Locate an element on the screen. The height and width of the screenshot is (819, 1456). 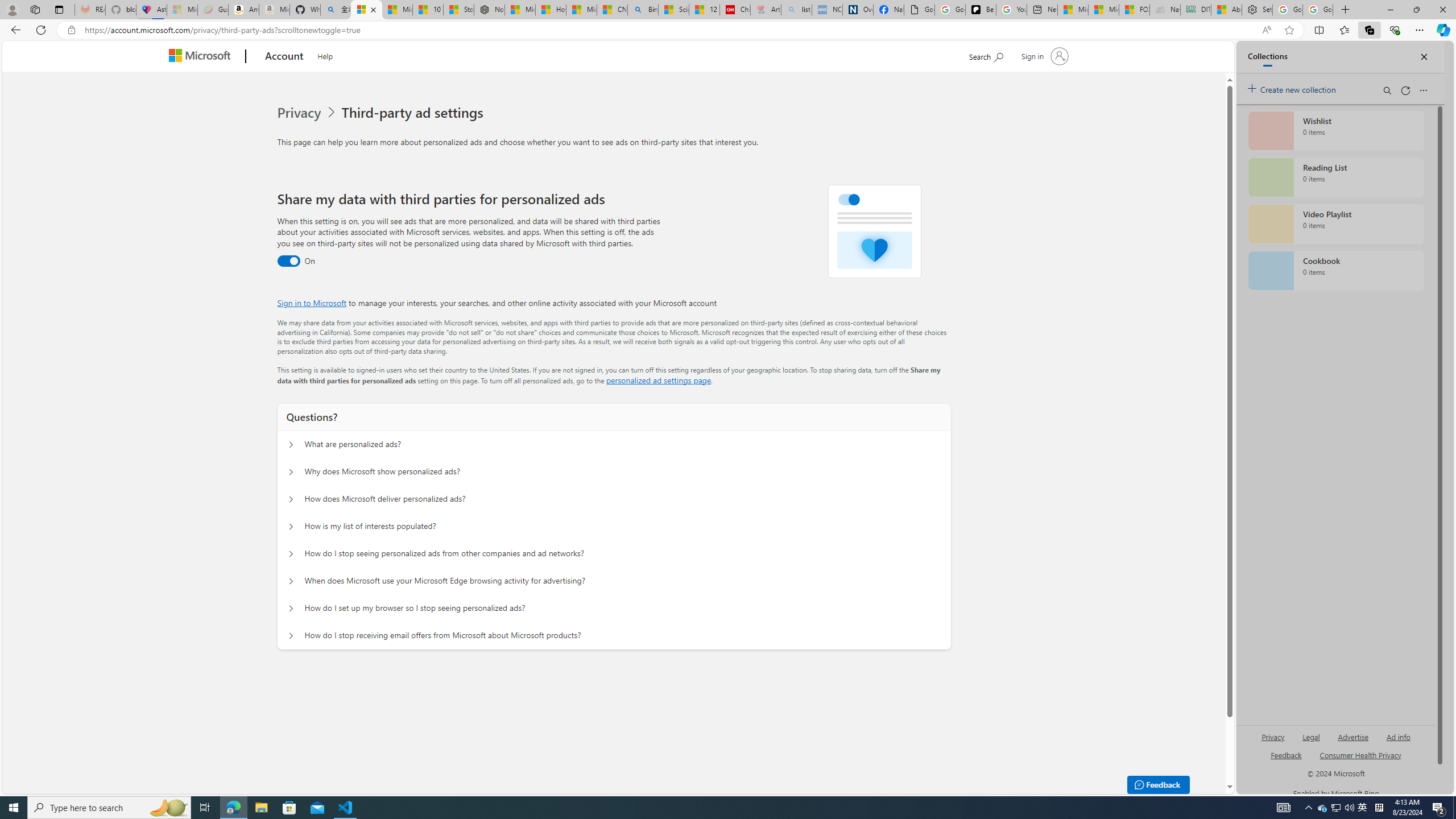
'Back' is located at coordinates (14, 29).